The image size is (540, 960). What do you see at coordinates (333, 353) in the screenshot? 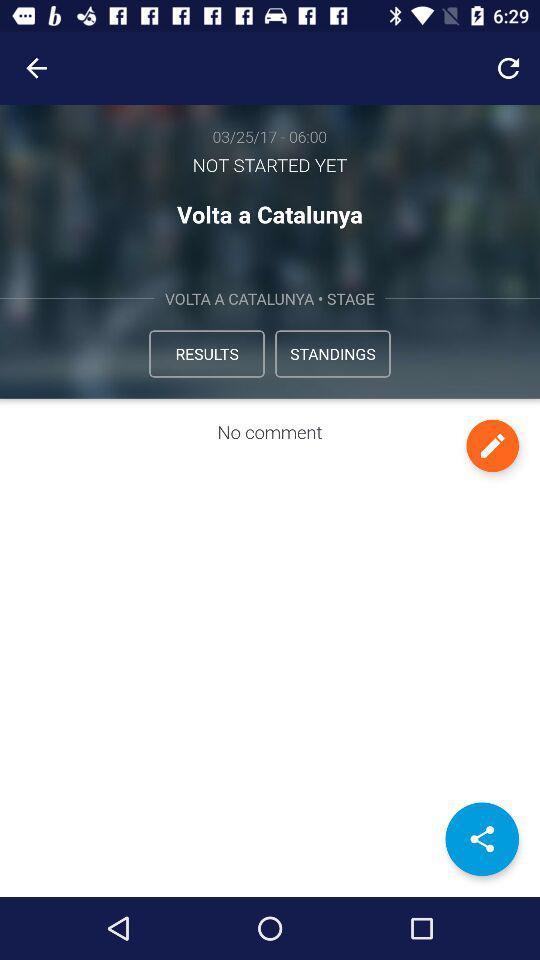
I see `the icon to the right of the results icon` at bounding box center [333, 353].